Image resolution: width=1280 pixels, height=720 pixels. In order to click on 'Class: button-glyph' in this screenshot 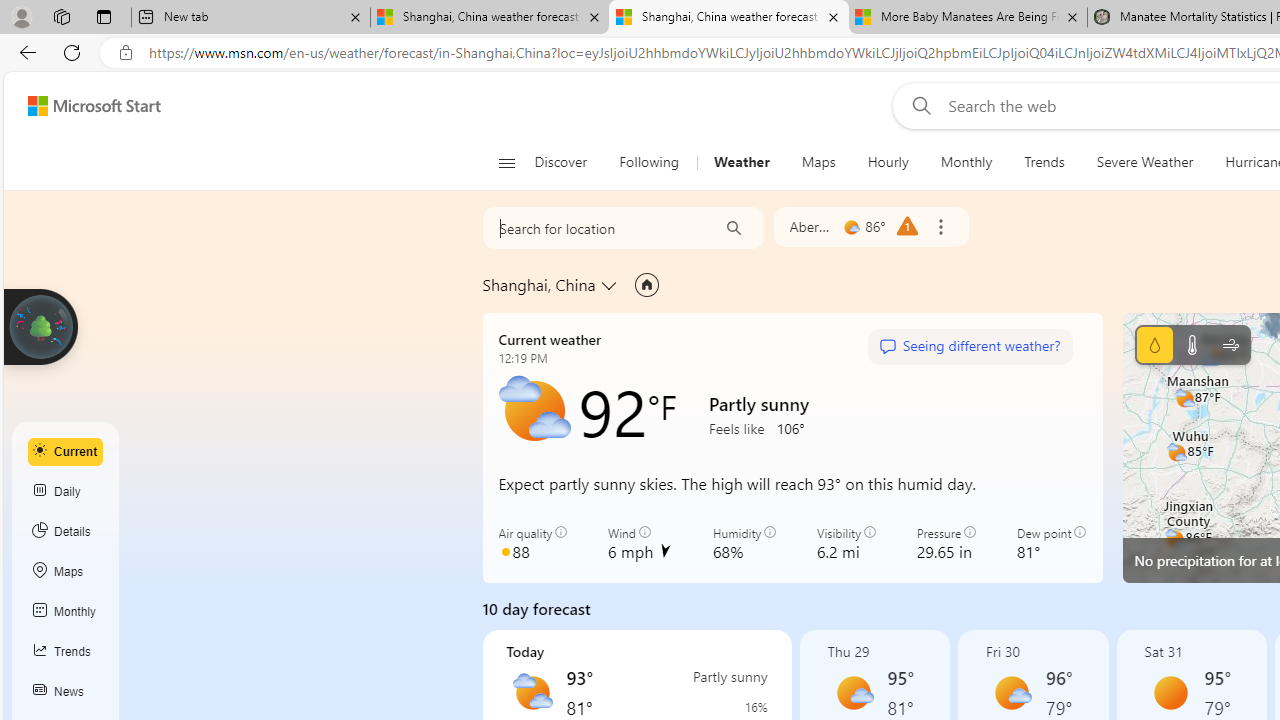, I will do `click(506, 162)`.